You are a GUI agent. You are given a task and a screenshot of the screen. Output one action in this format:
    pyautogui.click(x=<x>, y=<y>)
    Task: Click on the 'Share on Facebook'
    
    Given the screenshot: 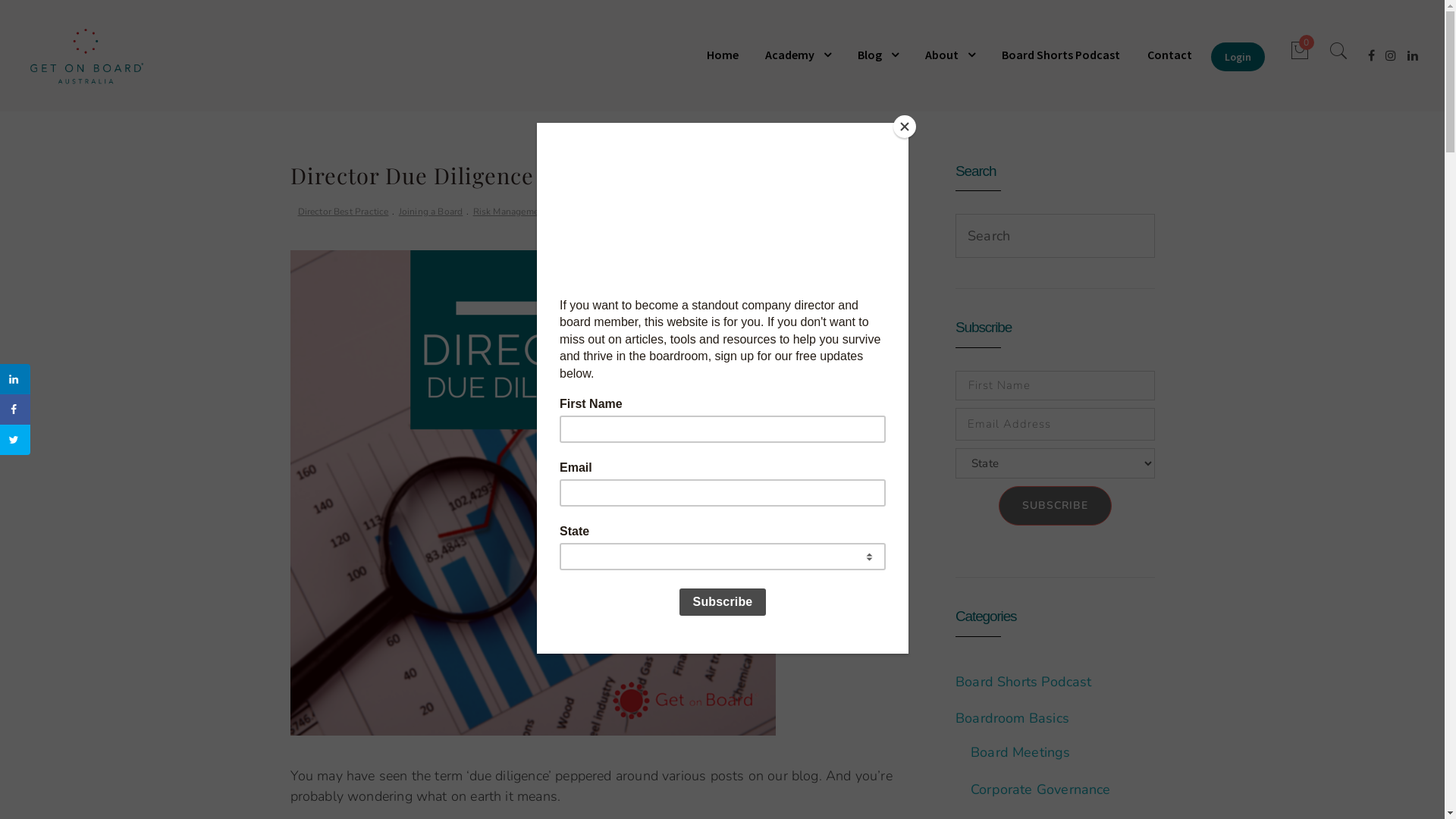 What is the action you would take?
    pyautogui.click(x=14, y=409)
    